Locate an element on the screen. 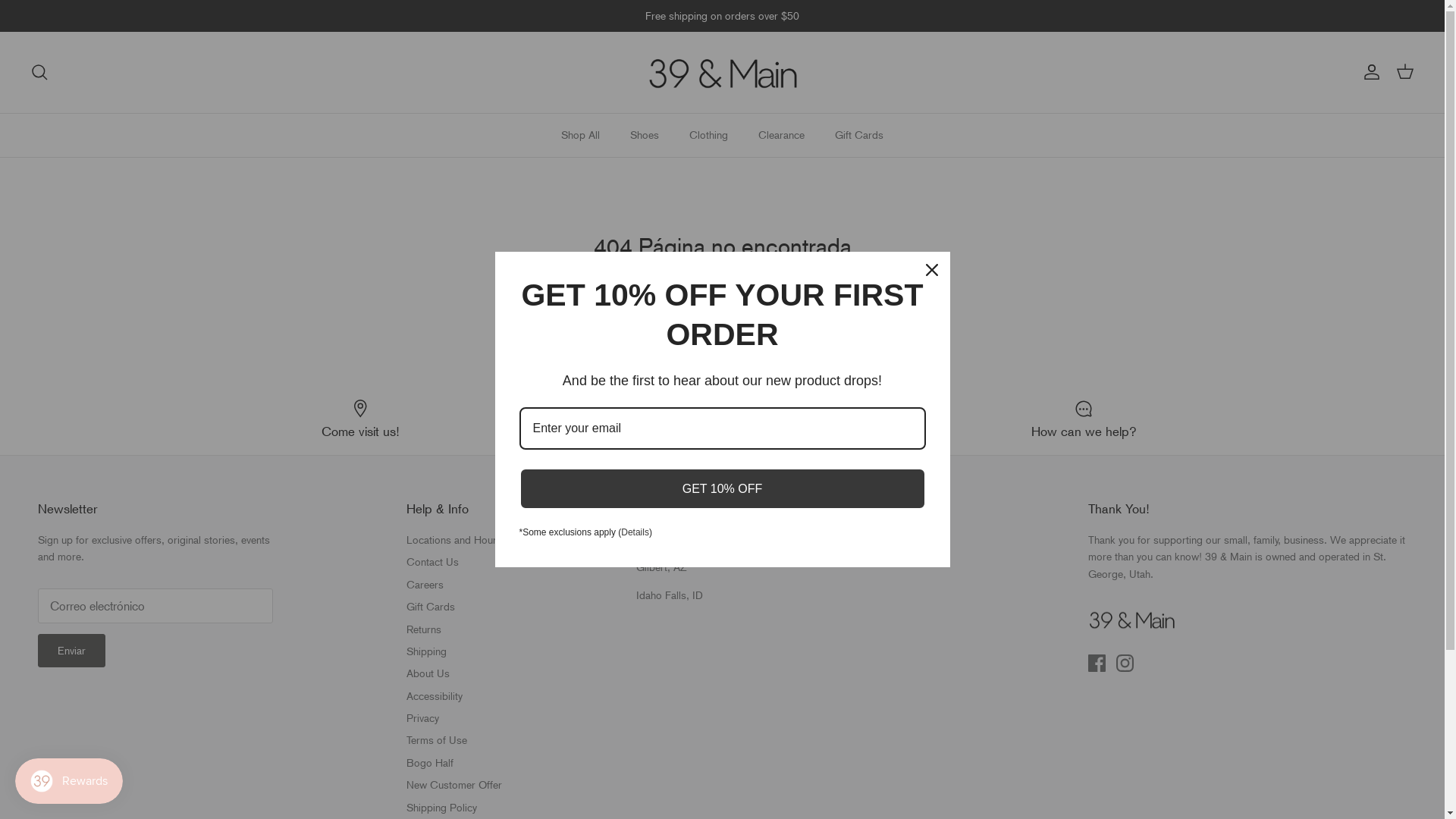 The height and width of the screenshot is (819, 1456). 'Earn rewards | Club 39' is located at coordinates (721, 419).